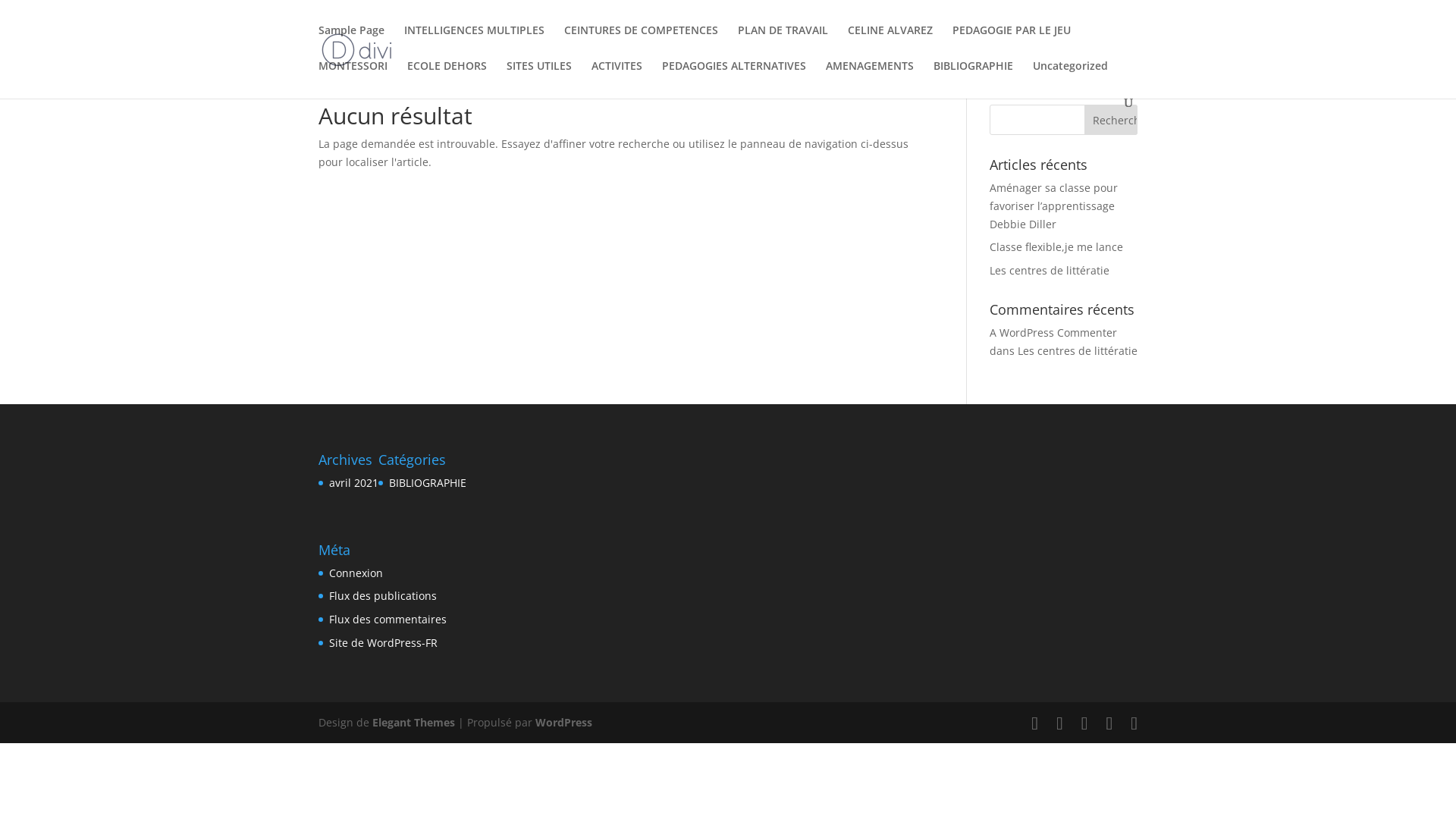  What do you see at coordinates (383, 642) in the screenshot?
I see `'Site de WordPress-FR'` at bounding box center [383, 642].